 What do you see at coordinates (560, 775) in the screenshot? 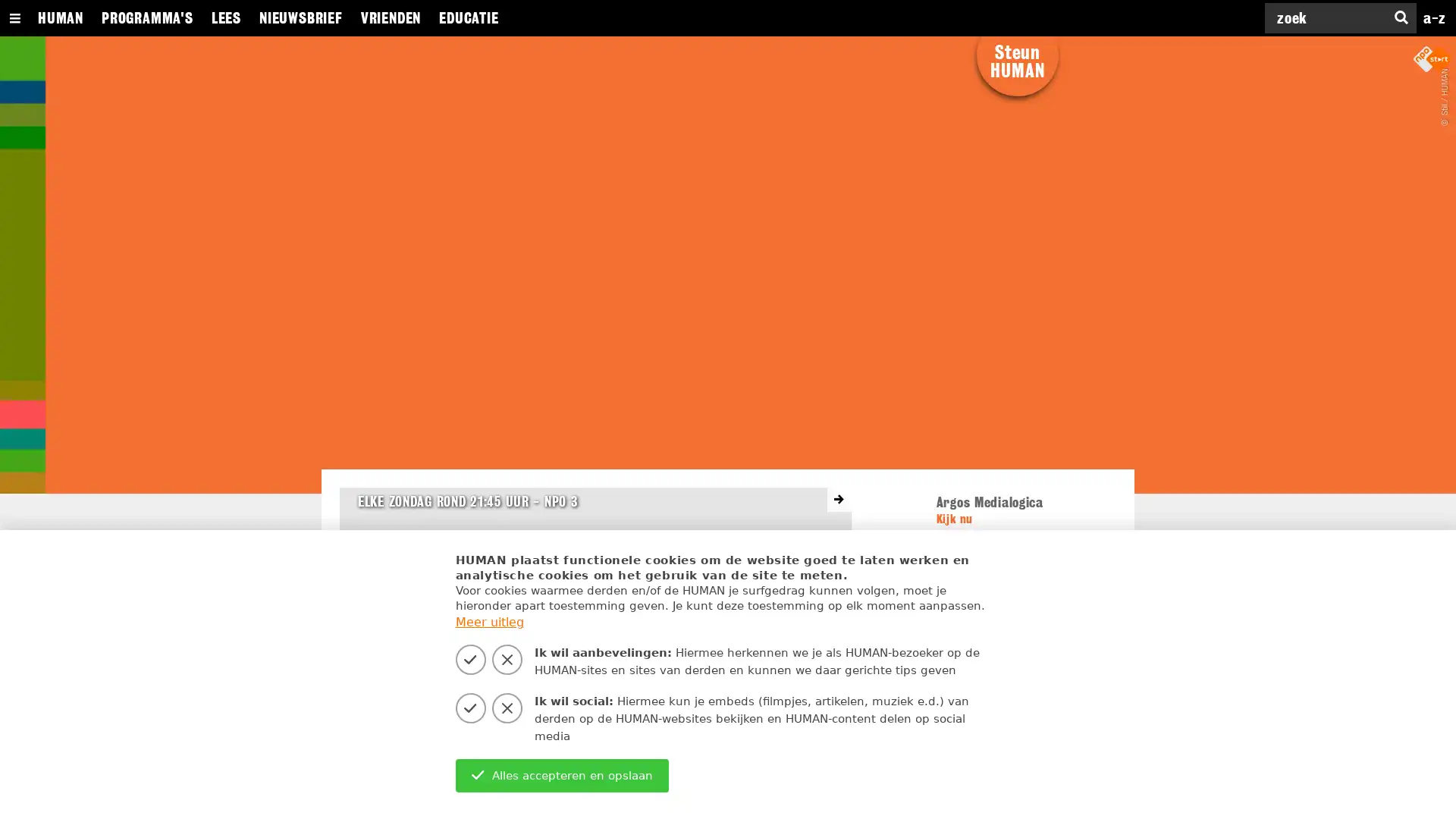
I see `Alles accepteren en opslaan` at bounding box center [560, 775].